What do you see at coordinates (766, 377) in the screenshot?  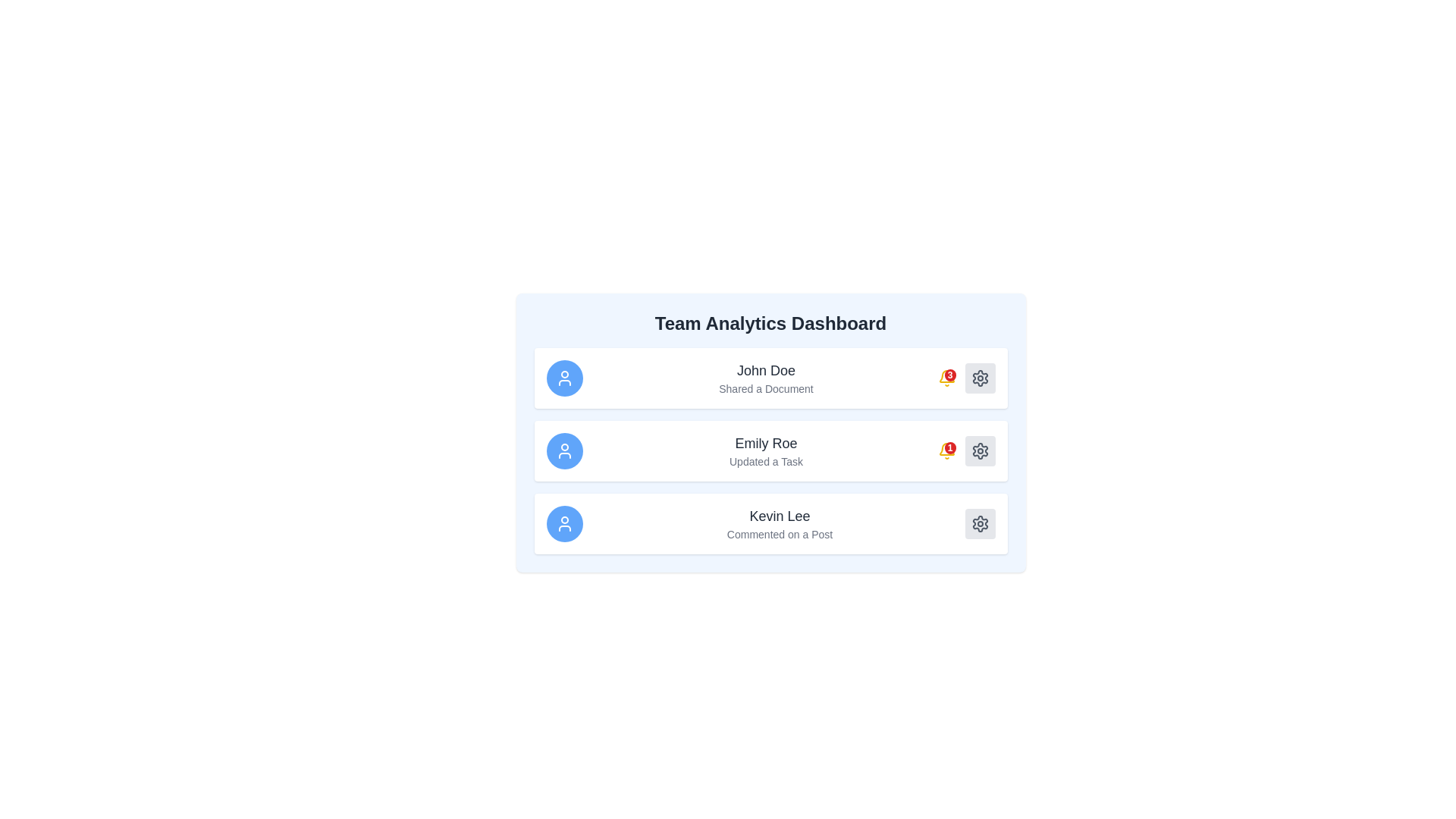 I see `textual content block displaying 'John Doe' and 'Shared a Document' located in the second panel of the vertical list, positioned between a circular blue icon and a notification indicator` at bounding box center [766, 377].